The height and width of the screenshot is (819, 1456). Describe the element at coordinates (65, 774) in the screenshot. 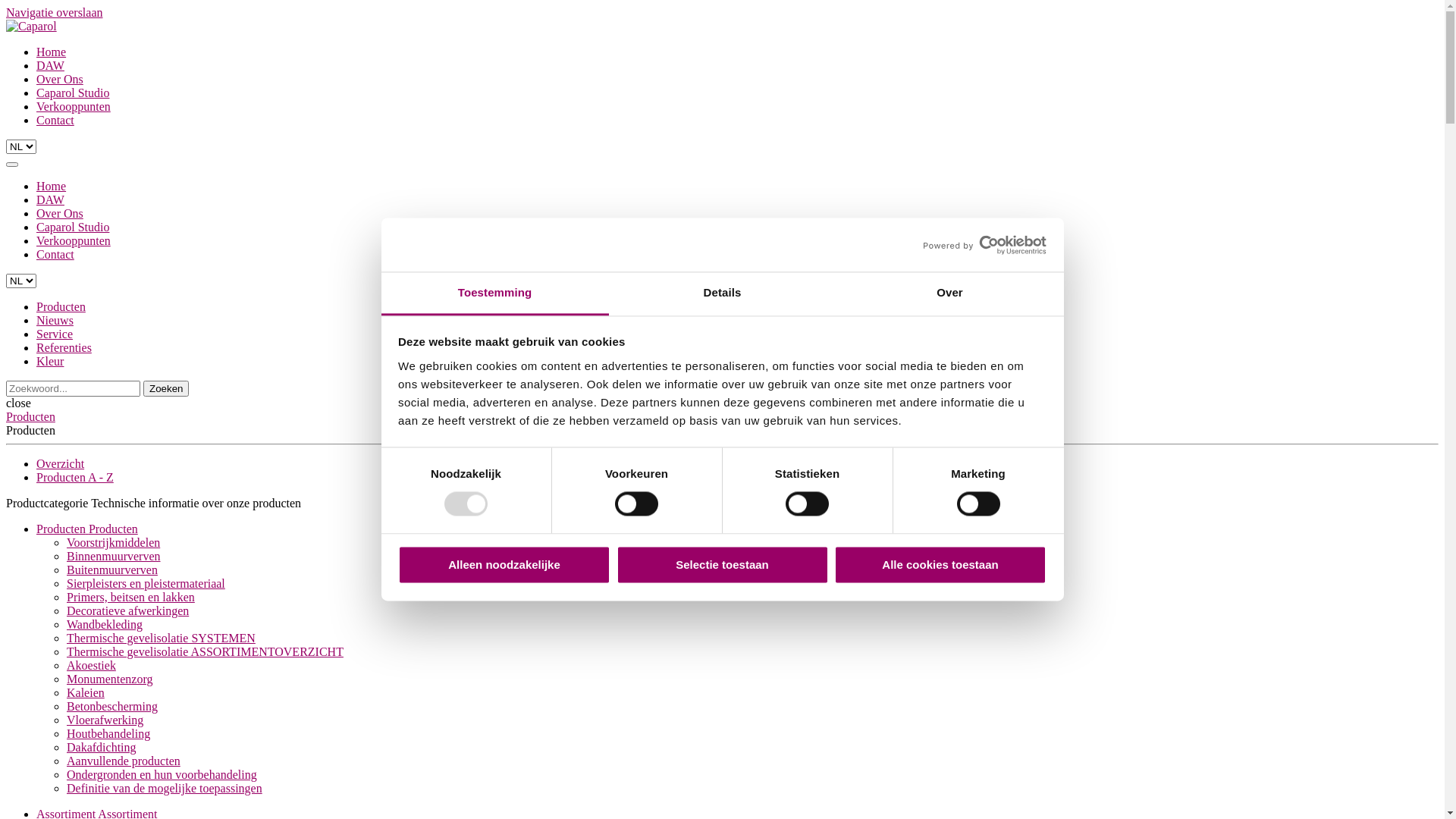

I see `'Ondergronden en hun voorbehandeling'` at that location.